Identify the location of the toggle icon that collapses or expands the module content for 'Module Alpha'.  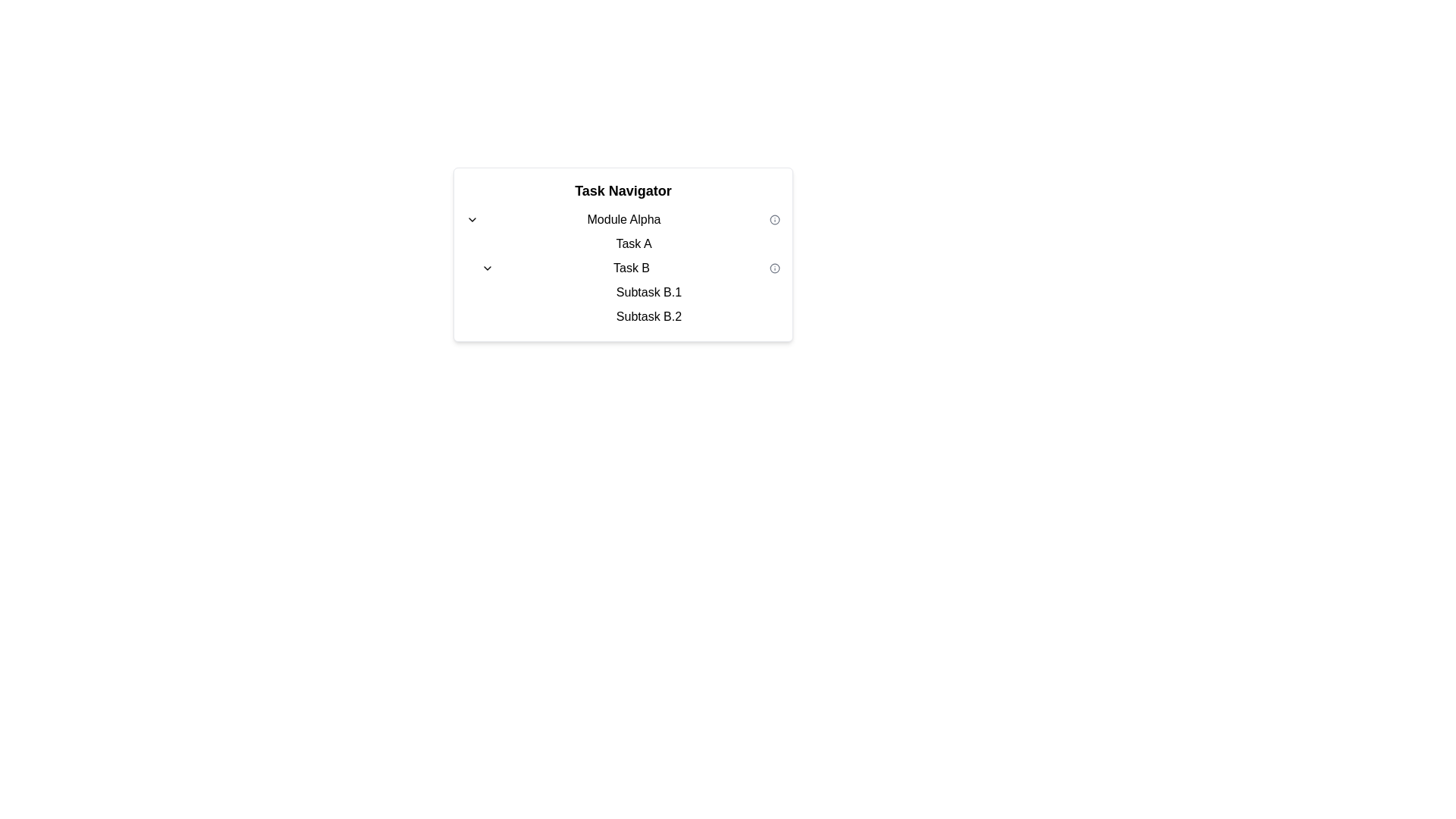
(472, 219).